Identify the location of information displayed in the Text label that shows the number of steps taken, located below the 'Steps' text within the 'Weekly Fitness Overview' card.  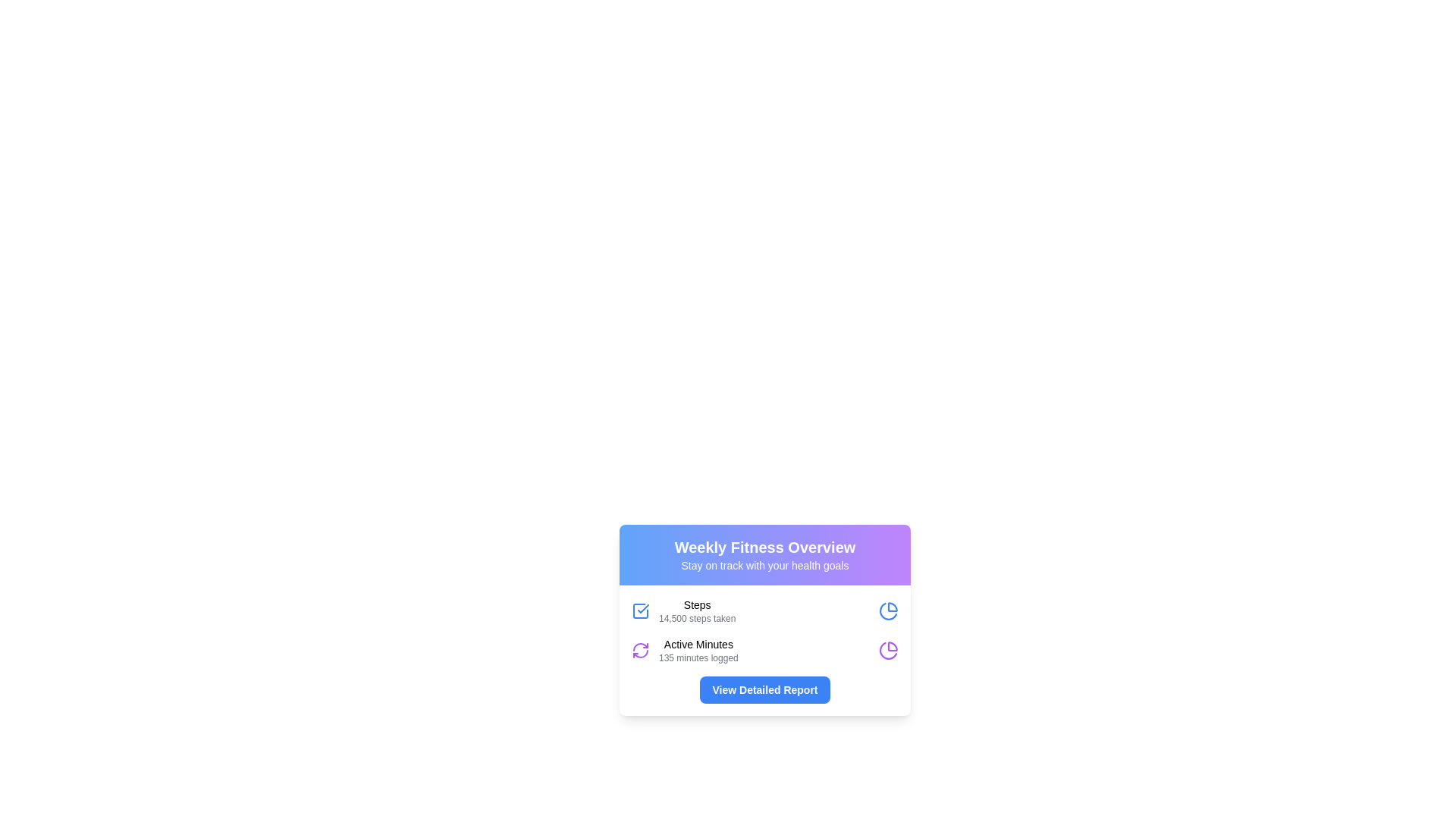
(696, 619).